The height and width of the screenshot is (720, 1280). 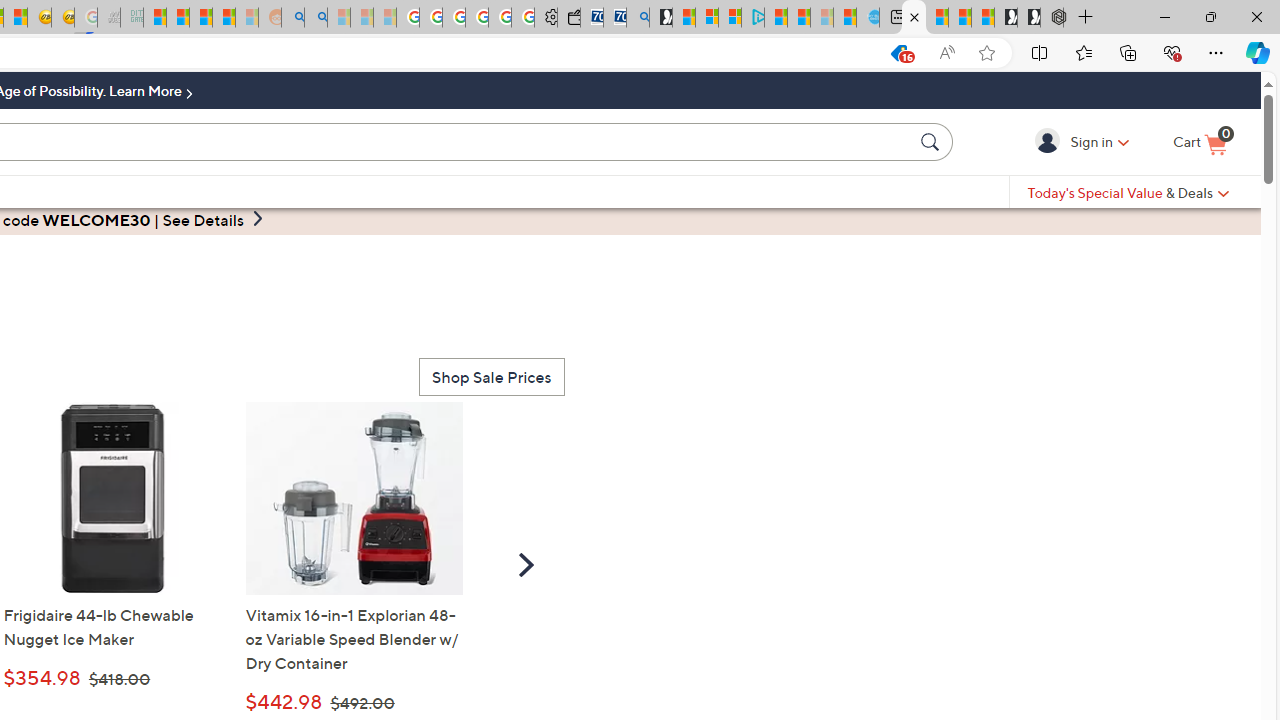 I want to click on 'This site has coupons! Shopping in Microsoft Edge, 16', so click(x=897, y=52).